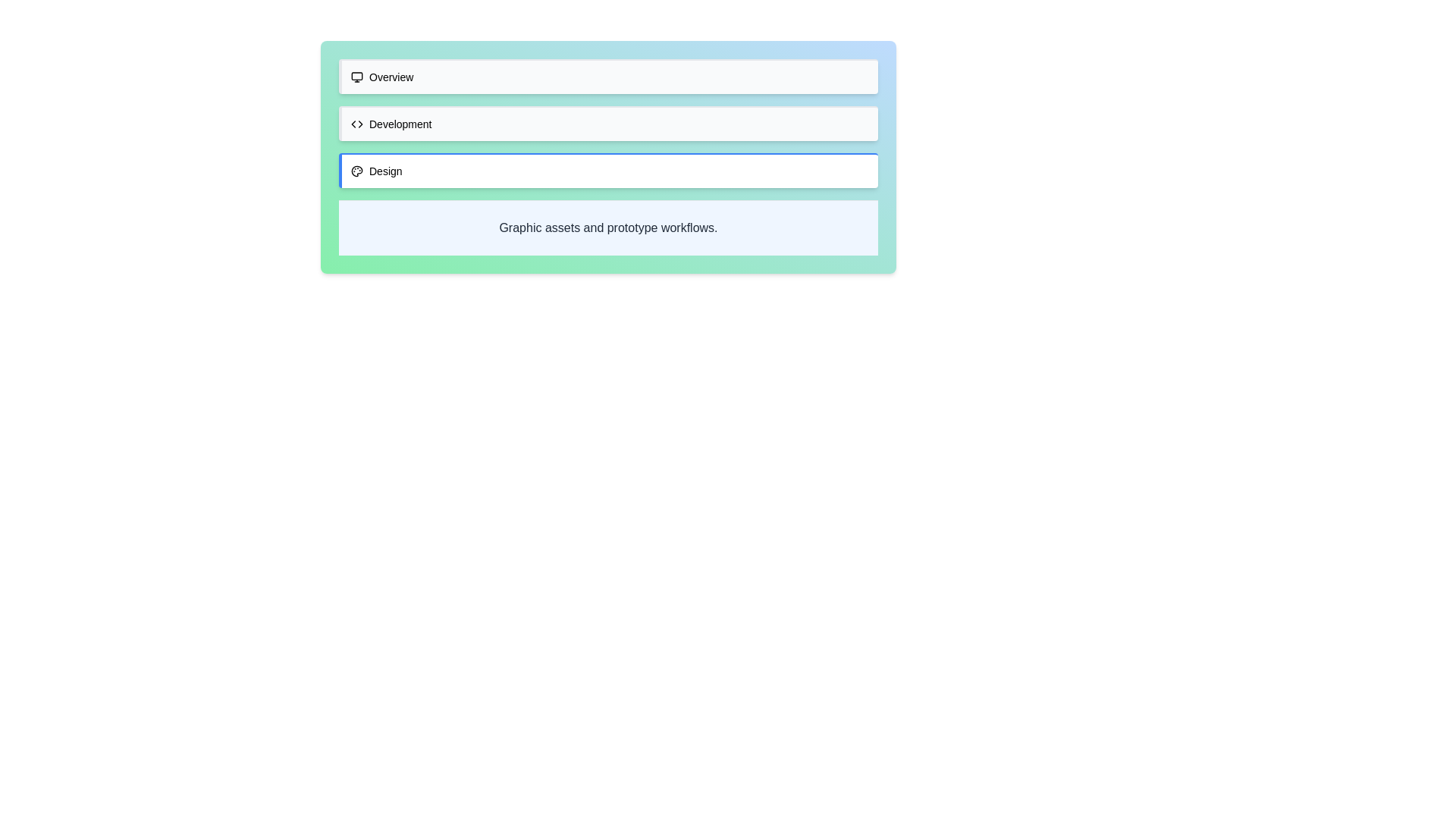  Describe the element at coordinates (608, 122) in the screenshot. I see `the tab labeled Development to see its hover effect` at that location.